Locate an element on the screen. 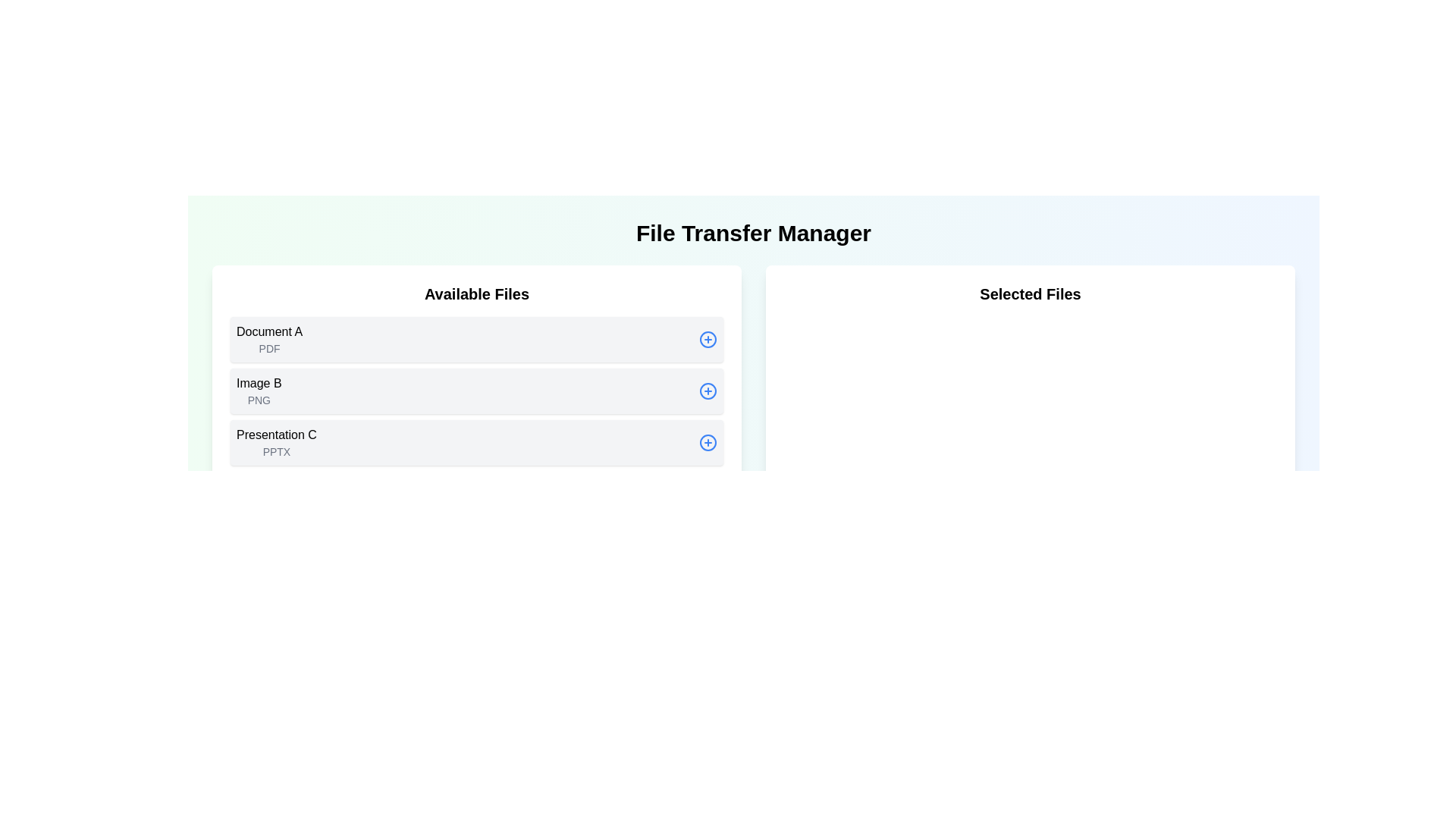 This screenshot has height=819, width=1456. the text label displaying 'Image B' located in the second row of the 'Available Files' column, positioned above 'PNG' and below 'Document A' is located at coordinates (259, 382).